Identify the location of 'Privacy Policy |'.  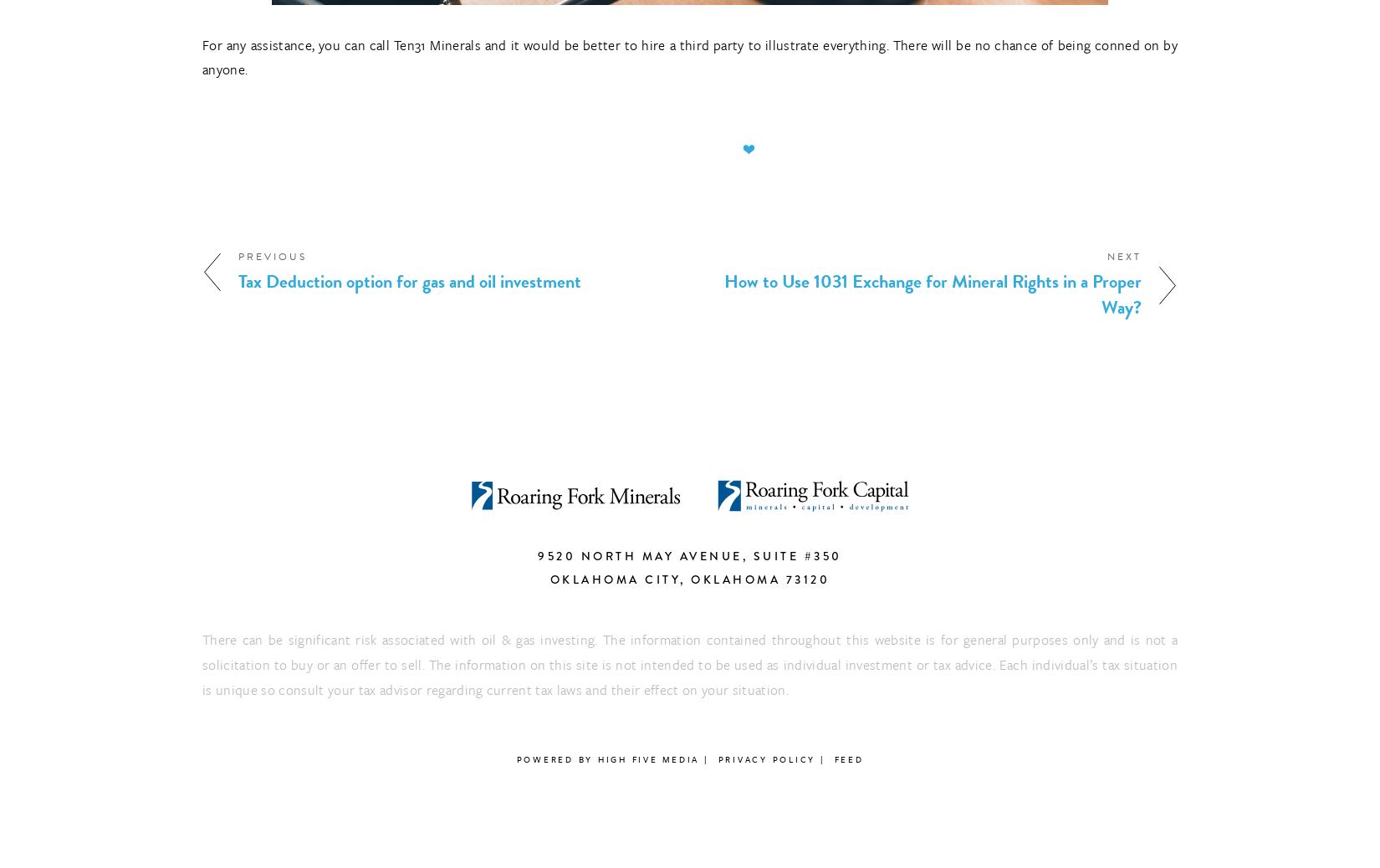
(771, 759).